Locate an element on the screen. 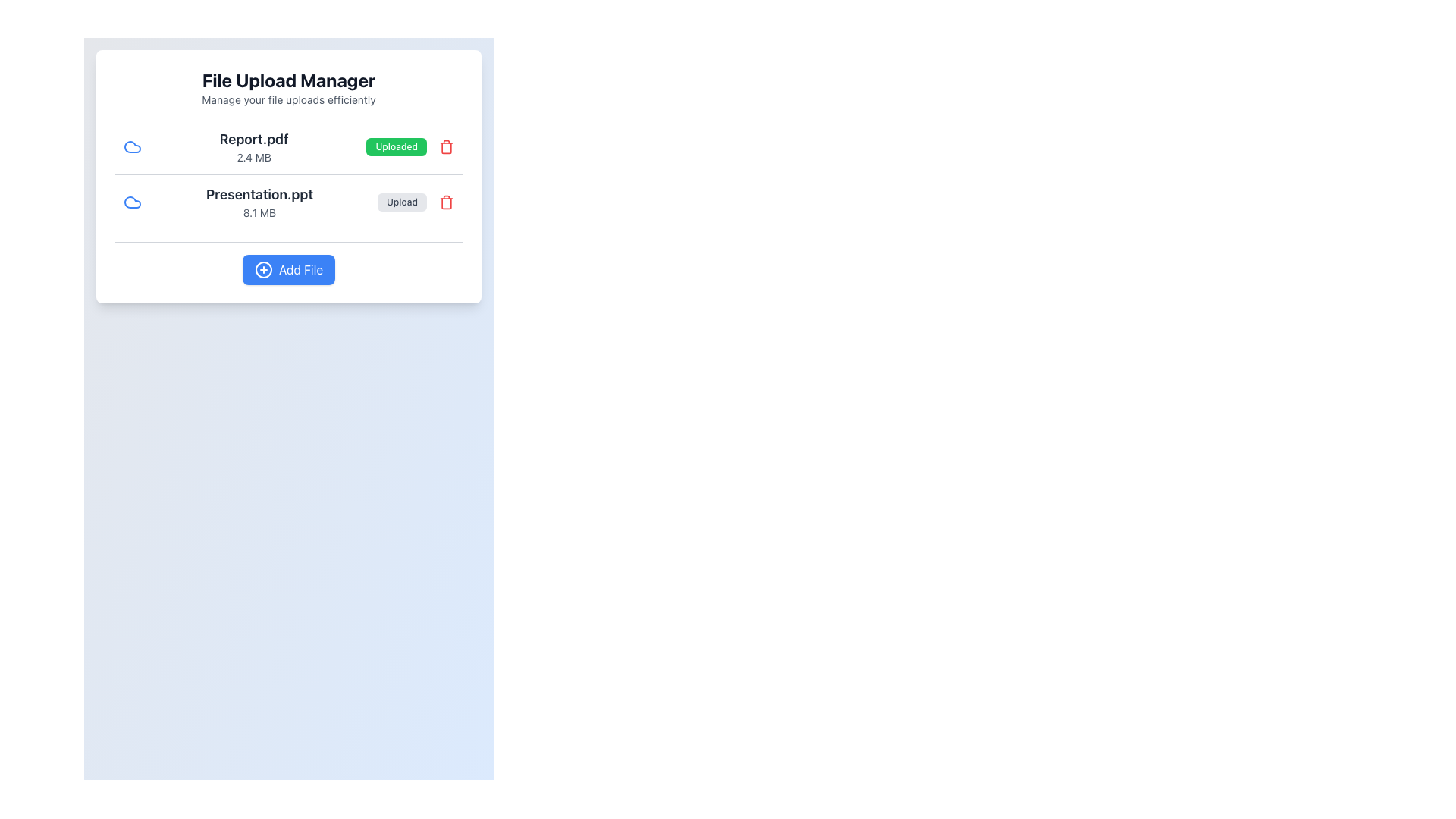  the 'Add Files' button located at the bottom of the 'File Upload Manager' section for accessibility navigation is located at coordinates (288, 262).